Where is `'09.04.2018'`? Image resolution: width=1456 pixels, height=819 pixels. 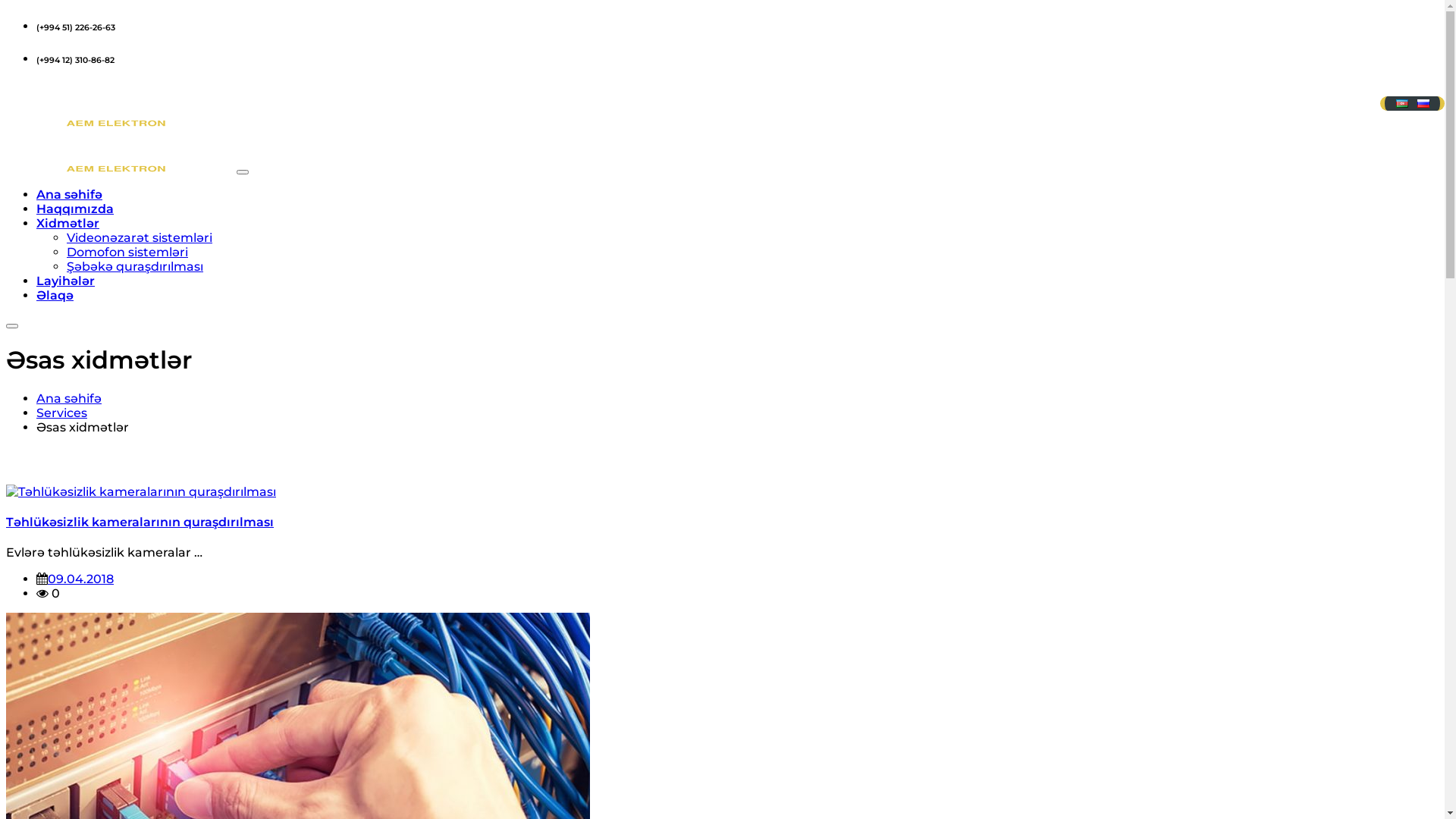
'09.04.2018' is located at coordinates (80, 579).